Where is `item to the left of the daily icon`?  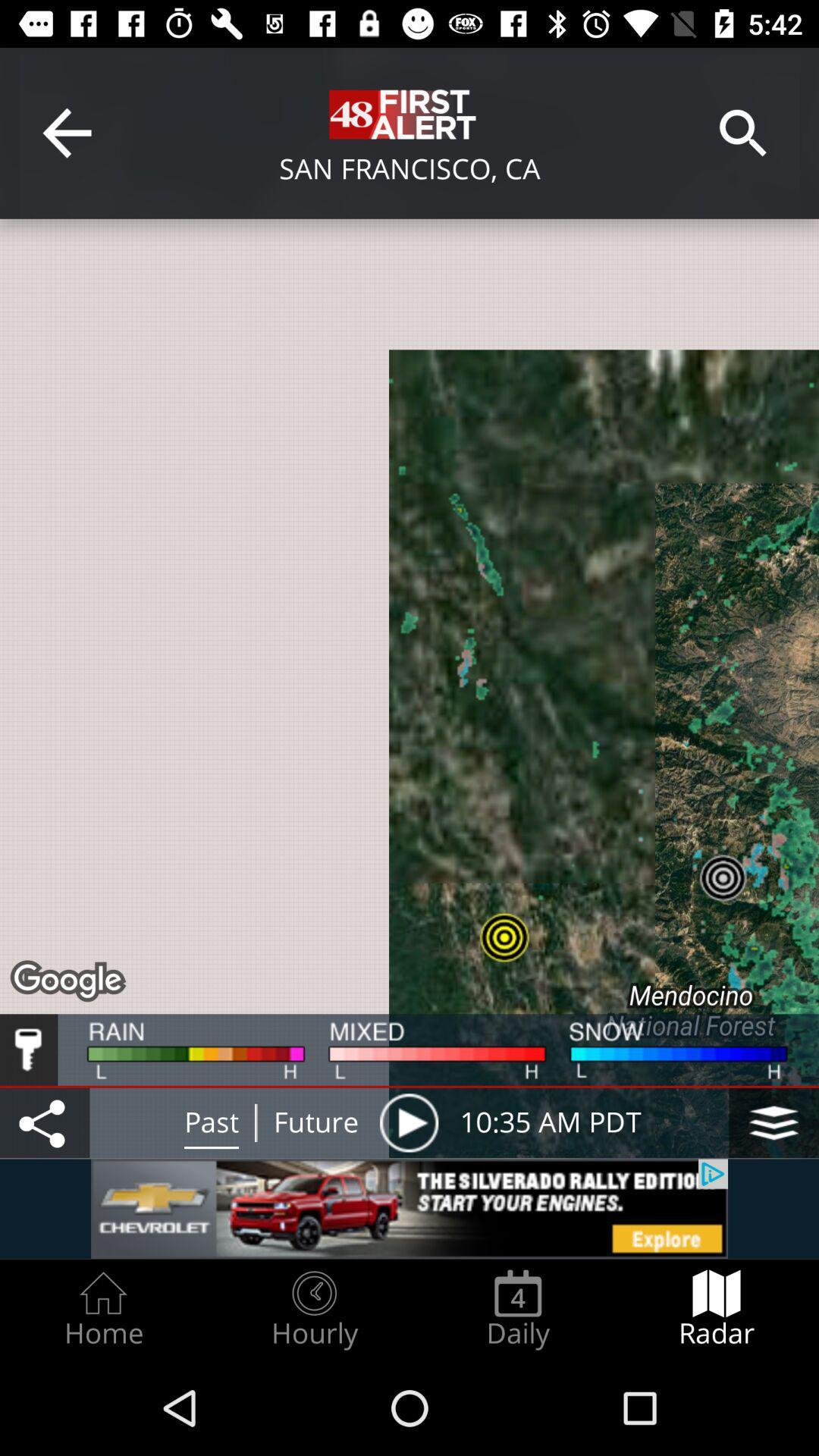 item to the left of the daily icon is located at coordinates (313, 1309).